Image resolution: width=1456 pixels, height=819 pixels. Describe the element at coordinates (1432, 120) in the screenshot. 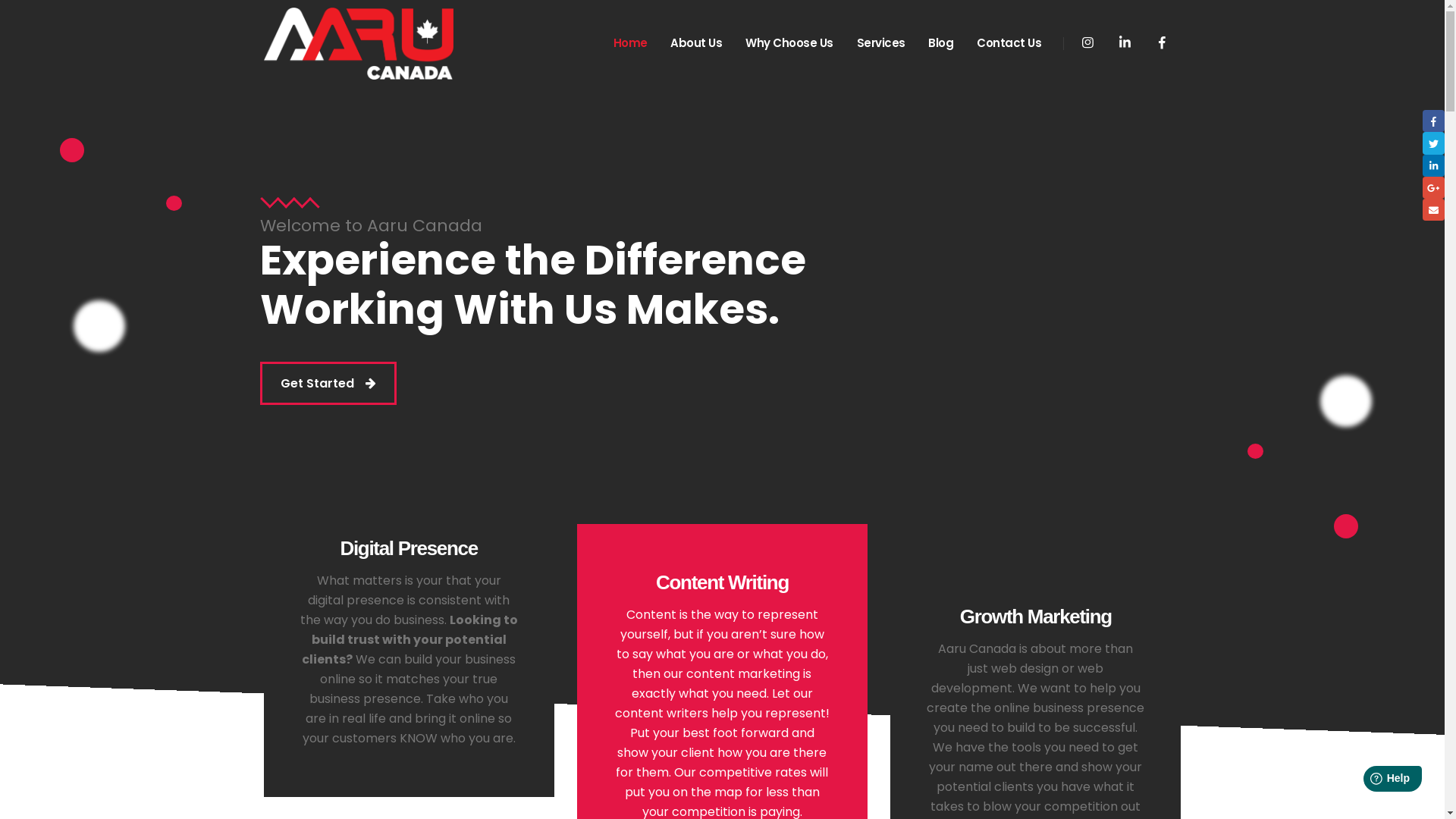

I see `'Facebook'` at that location.